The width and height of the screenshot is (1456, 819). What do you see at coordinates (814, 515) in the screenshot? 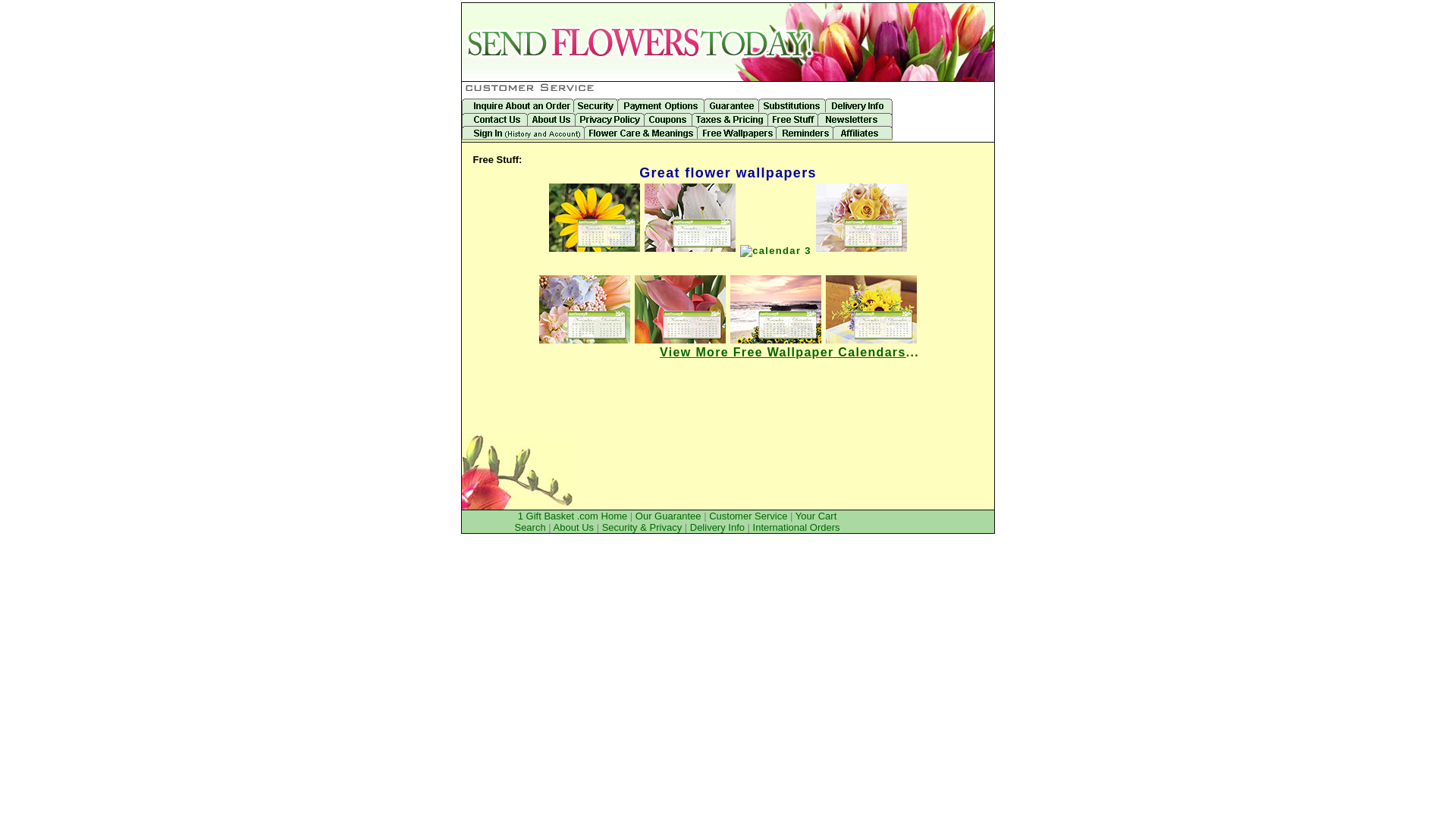
I see `'Your Cart'` at bounding box center [814, 515].